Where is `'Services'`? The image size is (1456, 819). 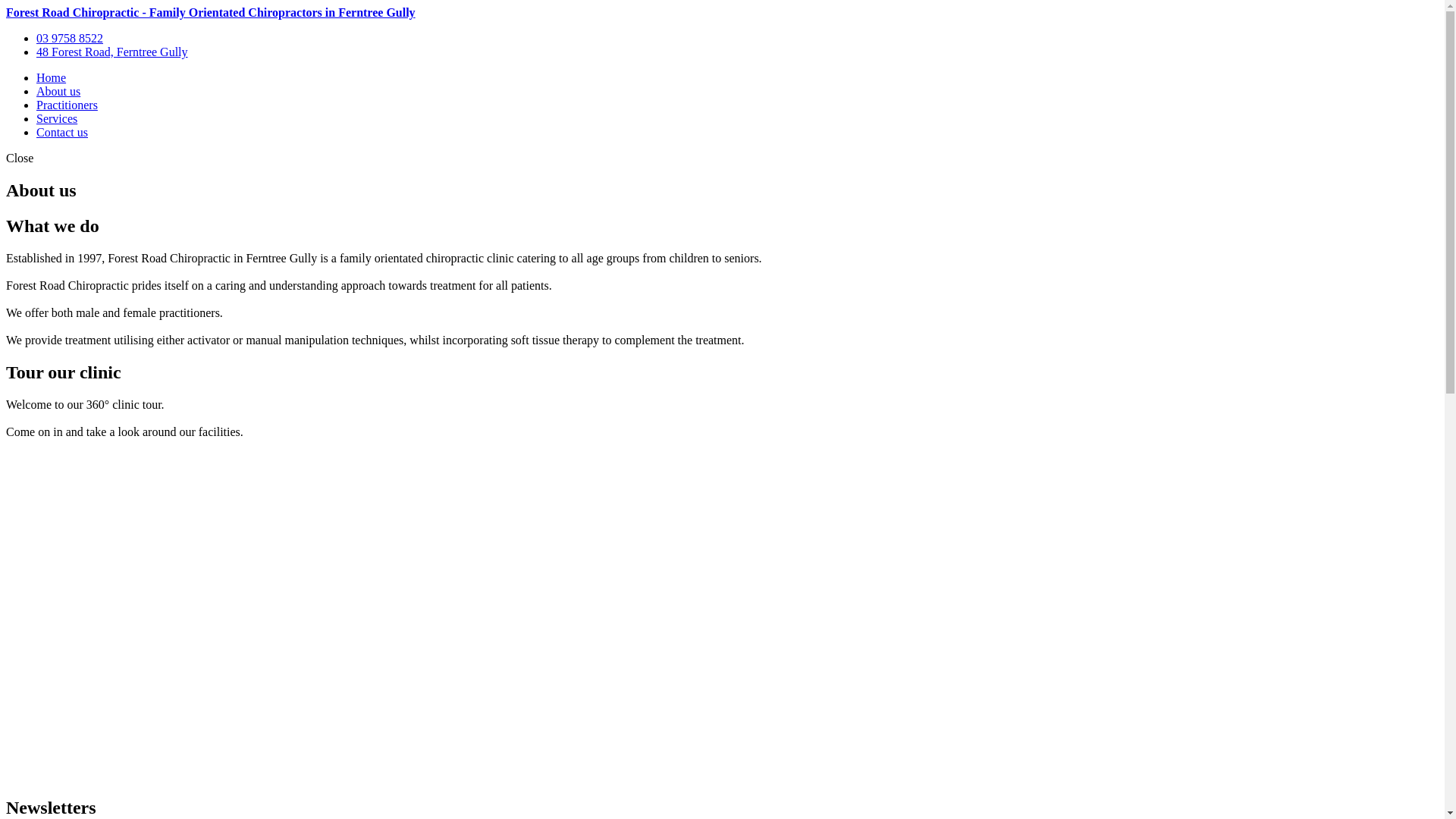 'Services' is located at coordinates (57, 118).